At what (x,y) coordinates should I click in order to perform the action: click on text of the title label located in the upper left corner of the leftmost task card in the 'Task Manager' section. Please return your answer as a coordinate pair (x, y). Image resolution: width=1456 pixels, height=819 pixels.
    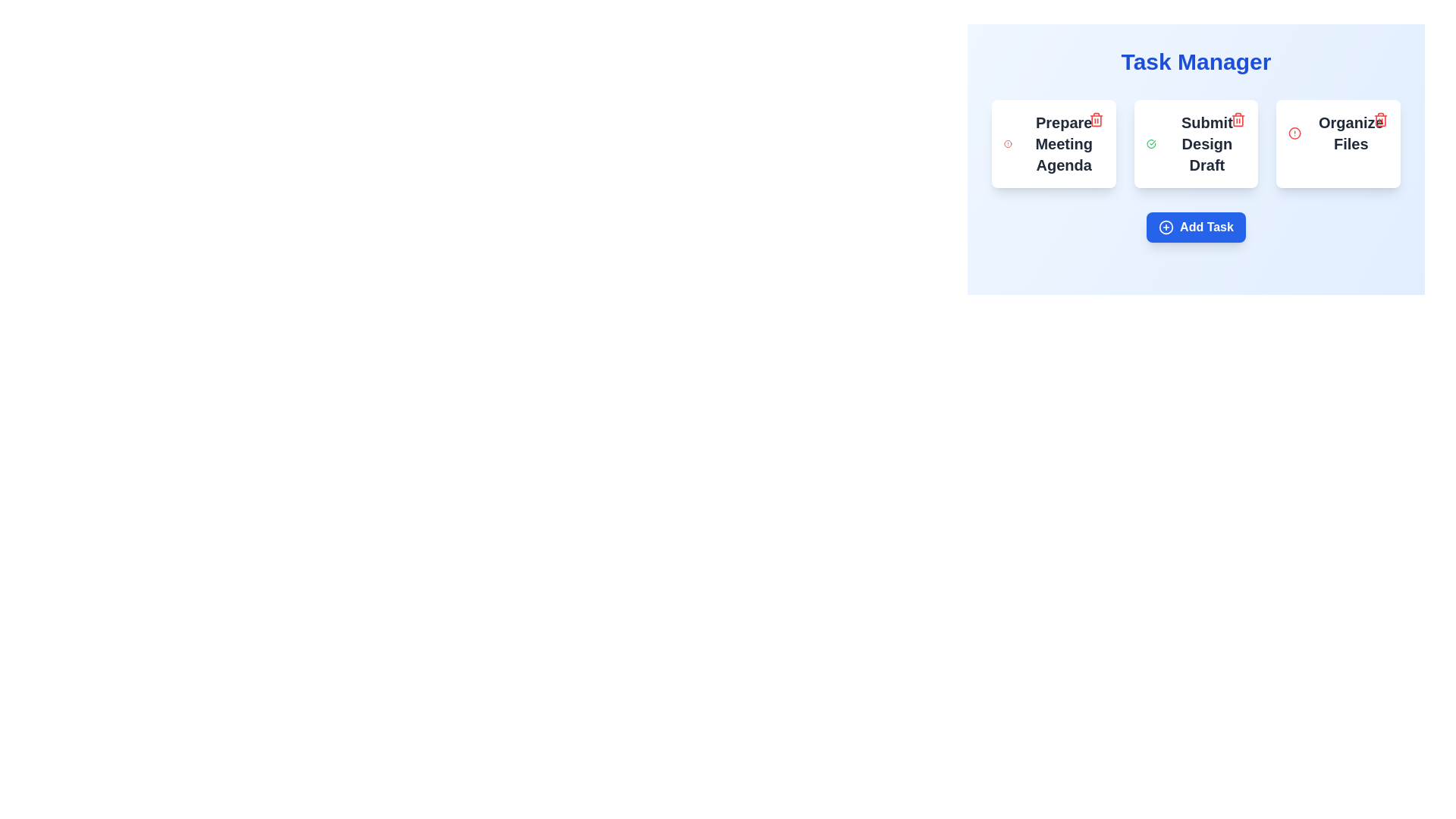
    Looking at the image, I should click on (1063, 143).